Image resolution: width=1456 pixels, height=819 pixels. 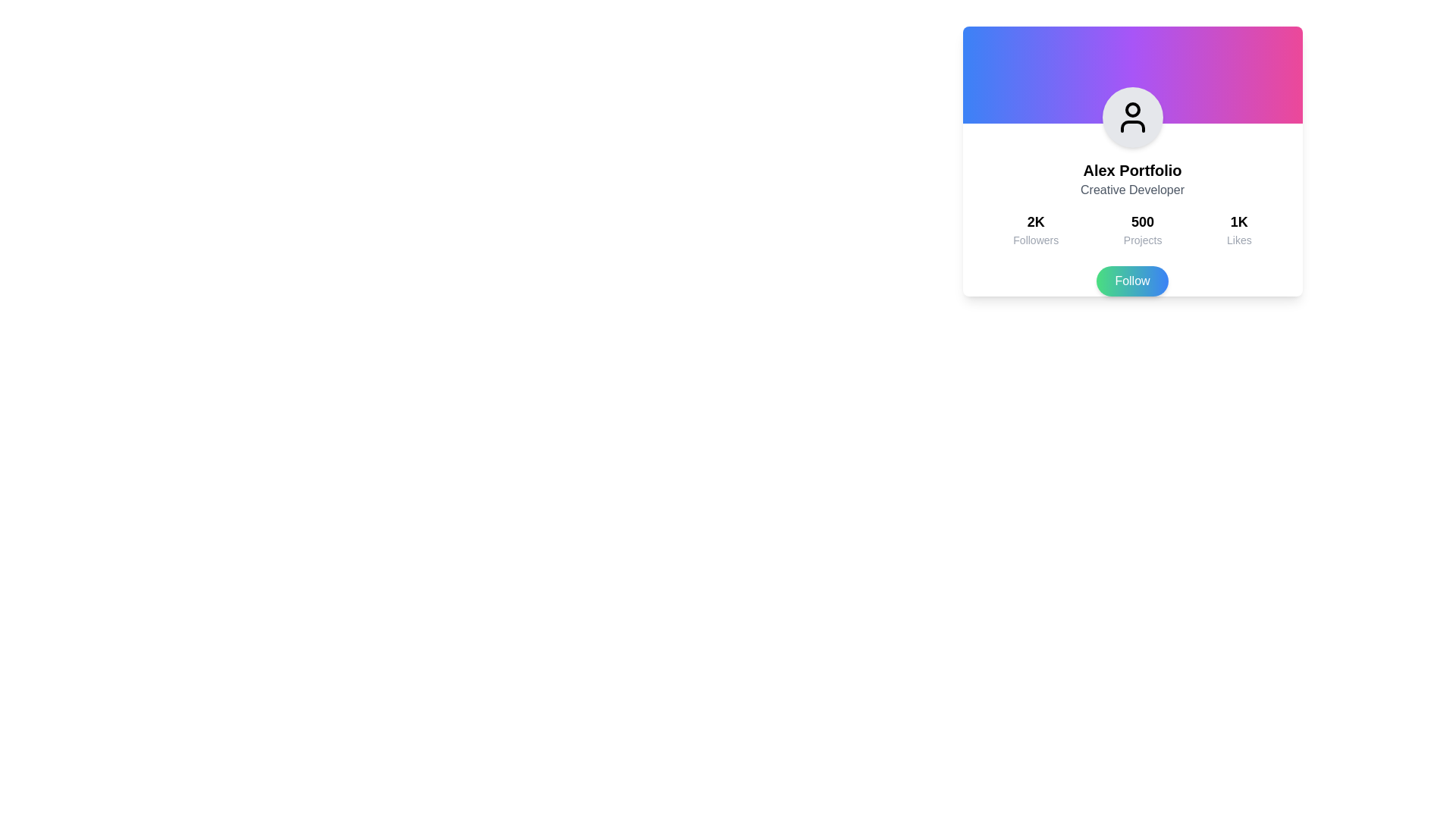 What do you see at coordinates (1035, 230) in the screenshot?
I see `the text element displaying '2K' followers, which is the first item in the horizontal group of social engagement metrics` at bounding box center [1035, 230].